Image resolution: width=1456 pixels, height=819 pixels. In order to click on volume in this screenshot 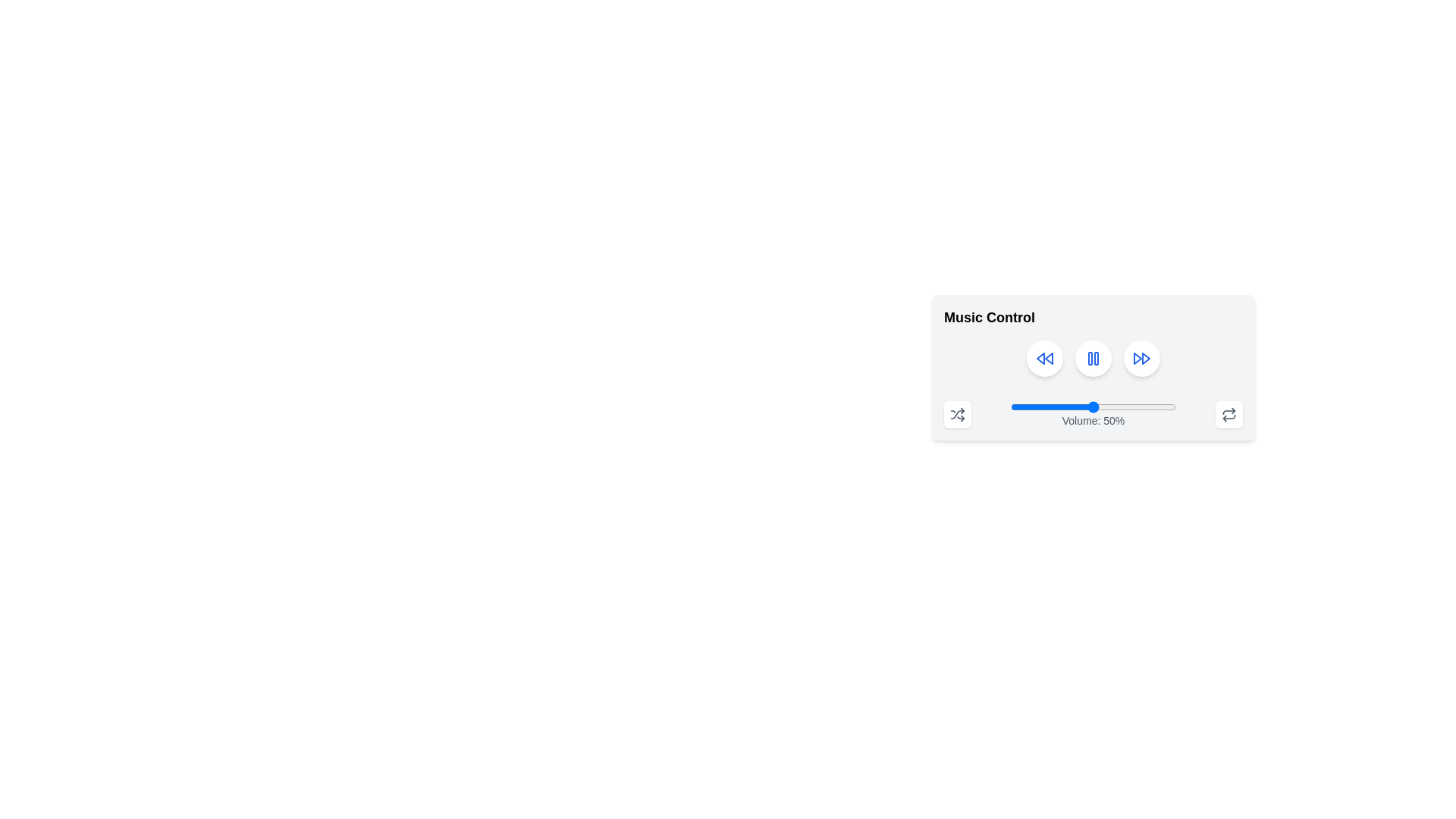, I will do `click(1040, 406)`.